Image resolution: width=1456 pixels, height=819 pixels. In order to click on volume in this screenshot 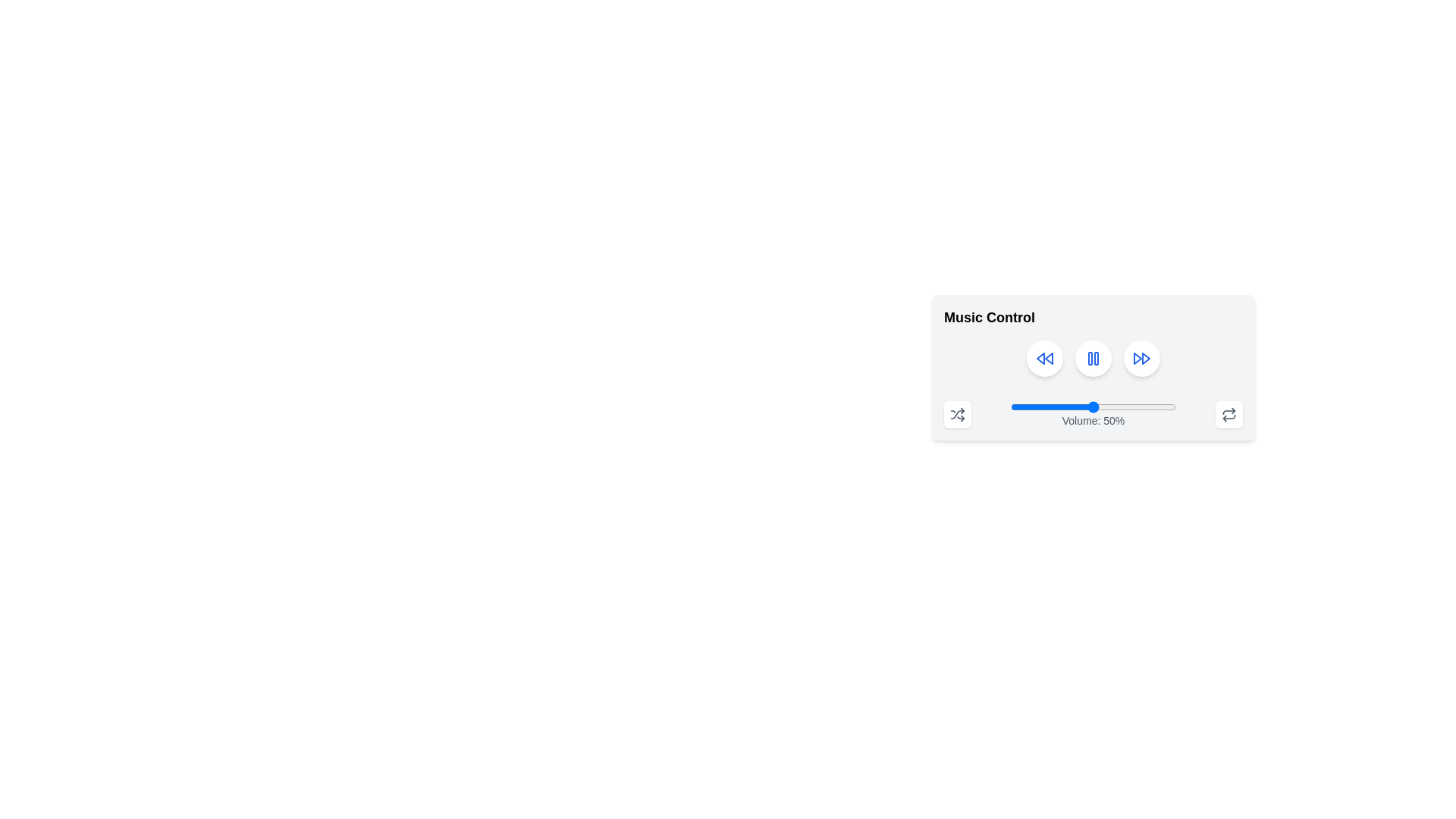, I will do `click(1040, 406)`.